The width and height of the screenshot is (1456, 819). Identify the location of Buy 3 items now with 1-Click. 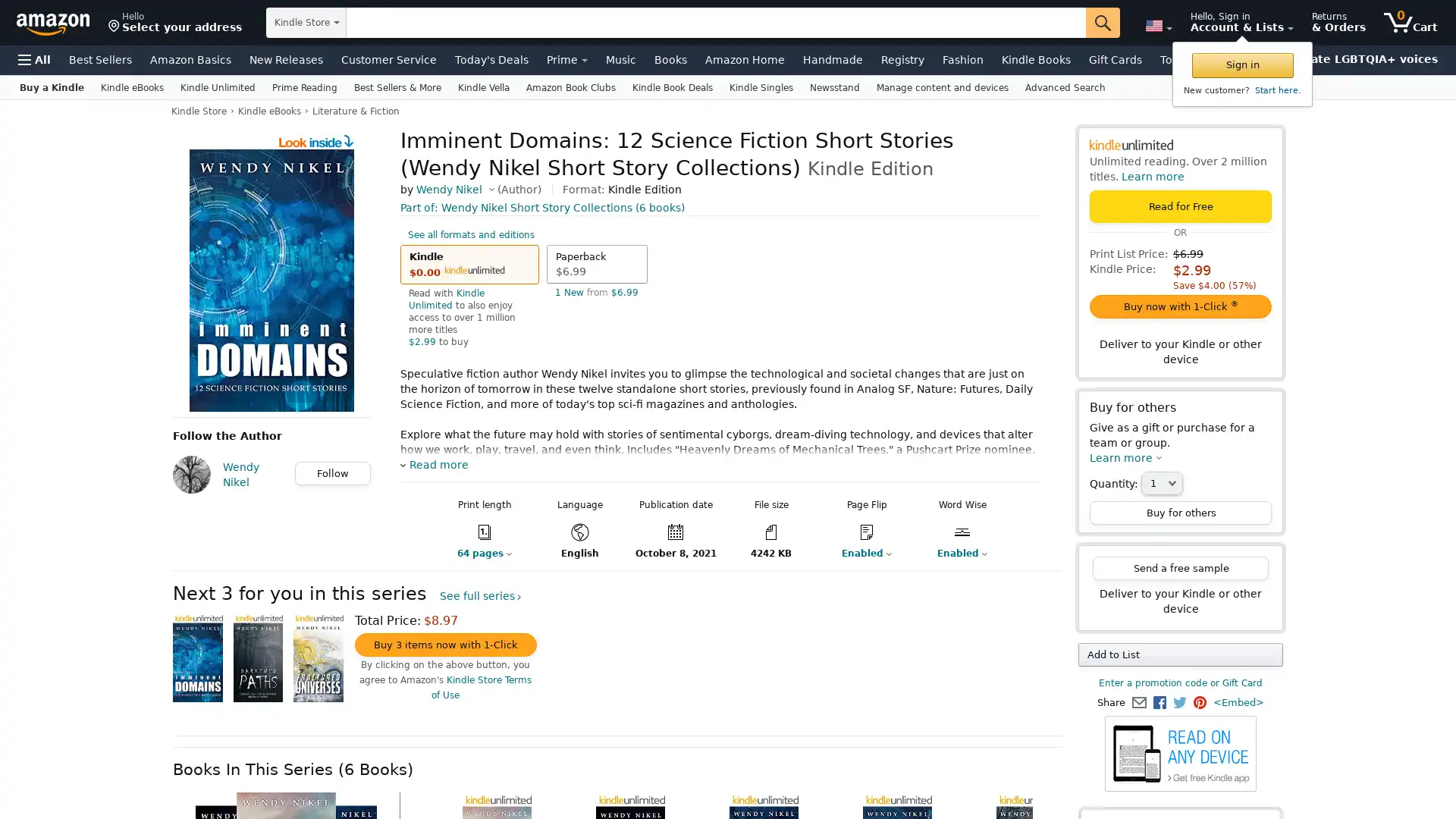
(444, 645).